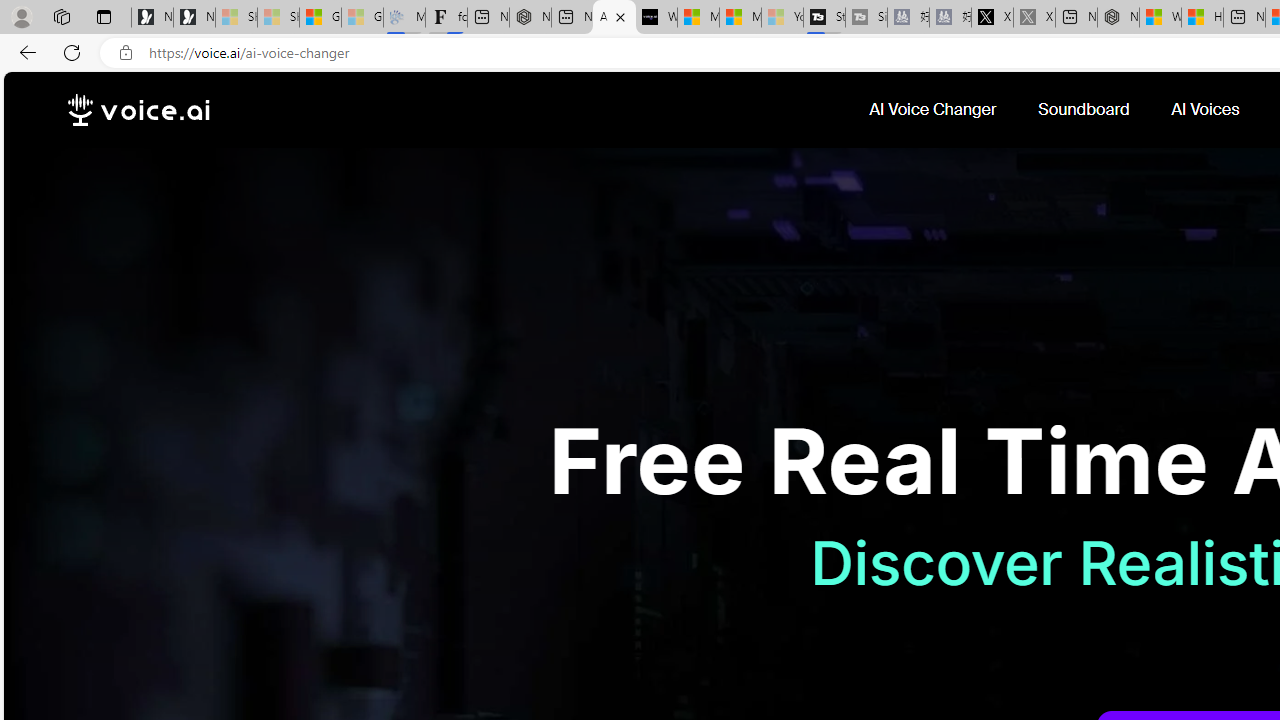  What do you see at coordinates (934, 109) in the screenshot?
I see `'AI Voice Changer '` at bounding box center [934, 109].